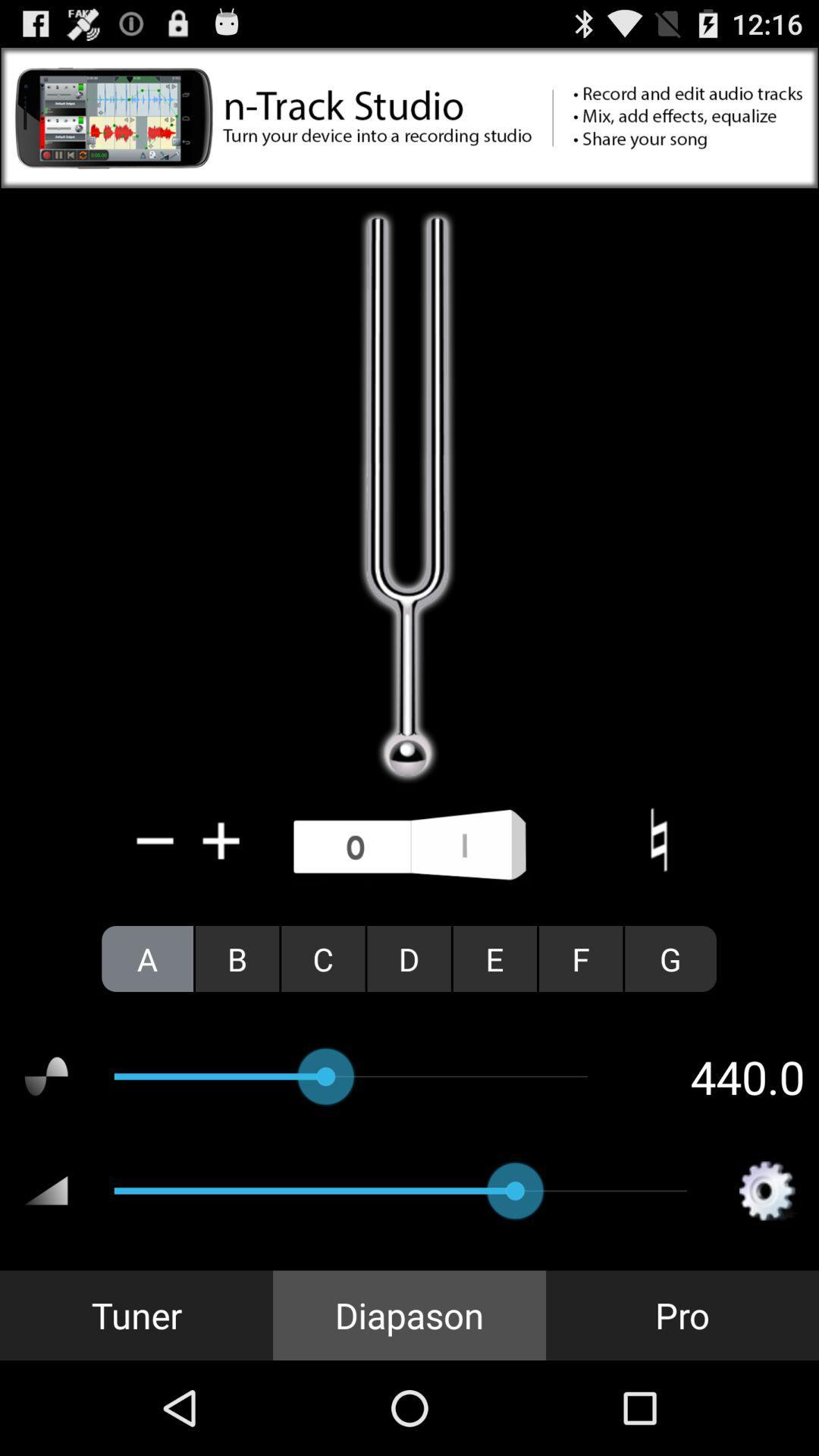  Describe the element at coordinates (322, 958) in the screenshot. I see `the radio button to the left of d radio button` at that location.